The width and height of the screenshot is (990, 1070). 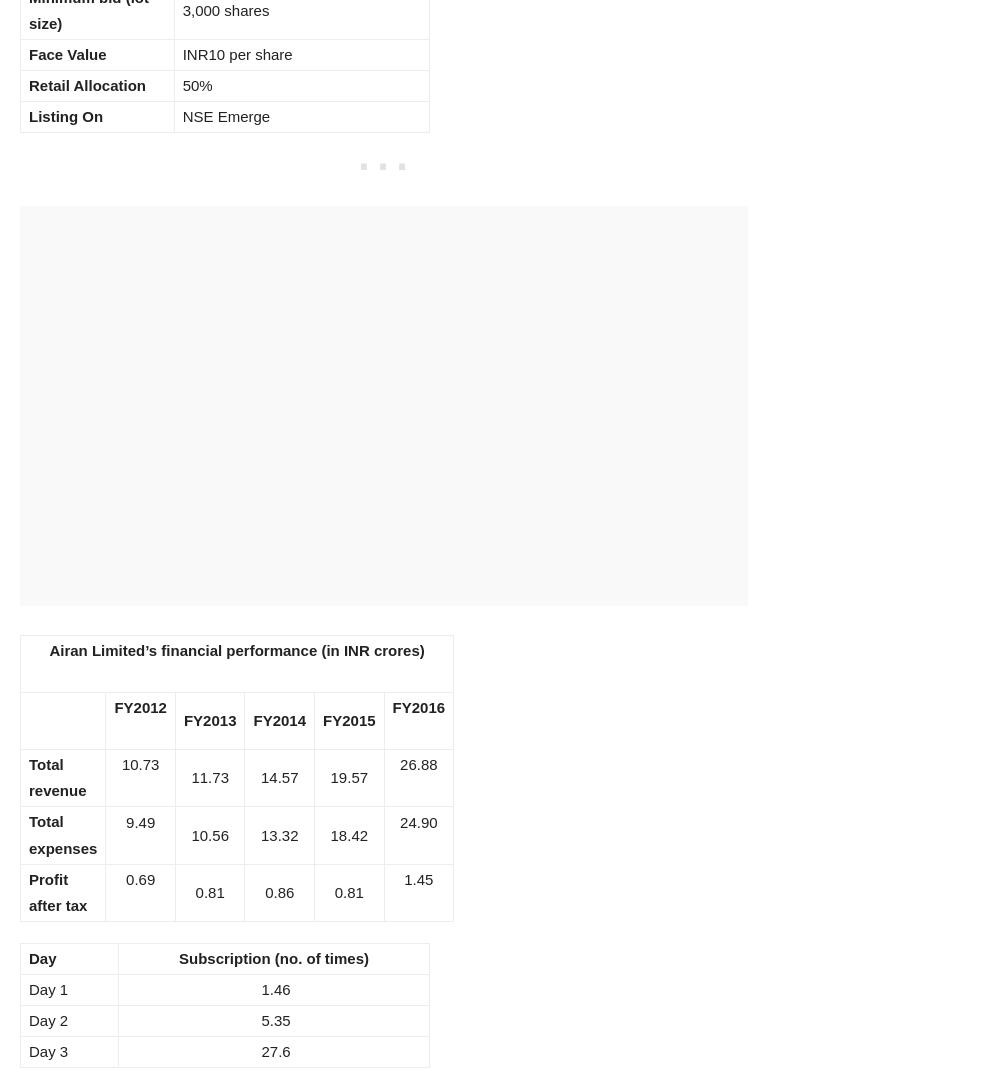 What do you see at coordinates (28, 52) in the screenshot?
I see `'Face Value'` at bounding box center [28, 52].